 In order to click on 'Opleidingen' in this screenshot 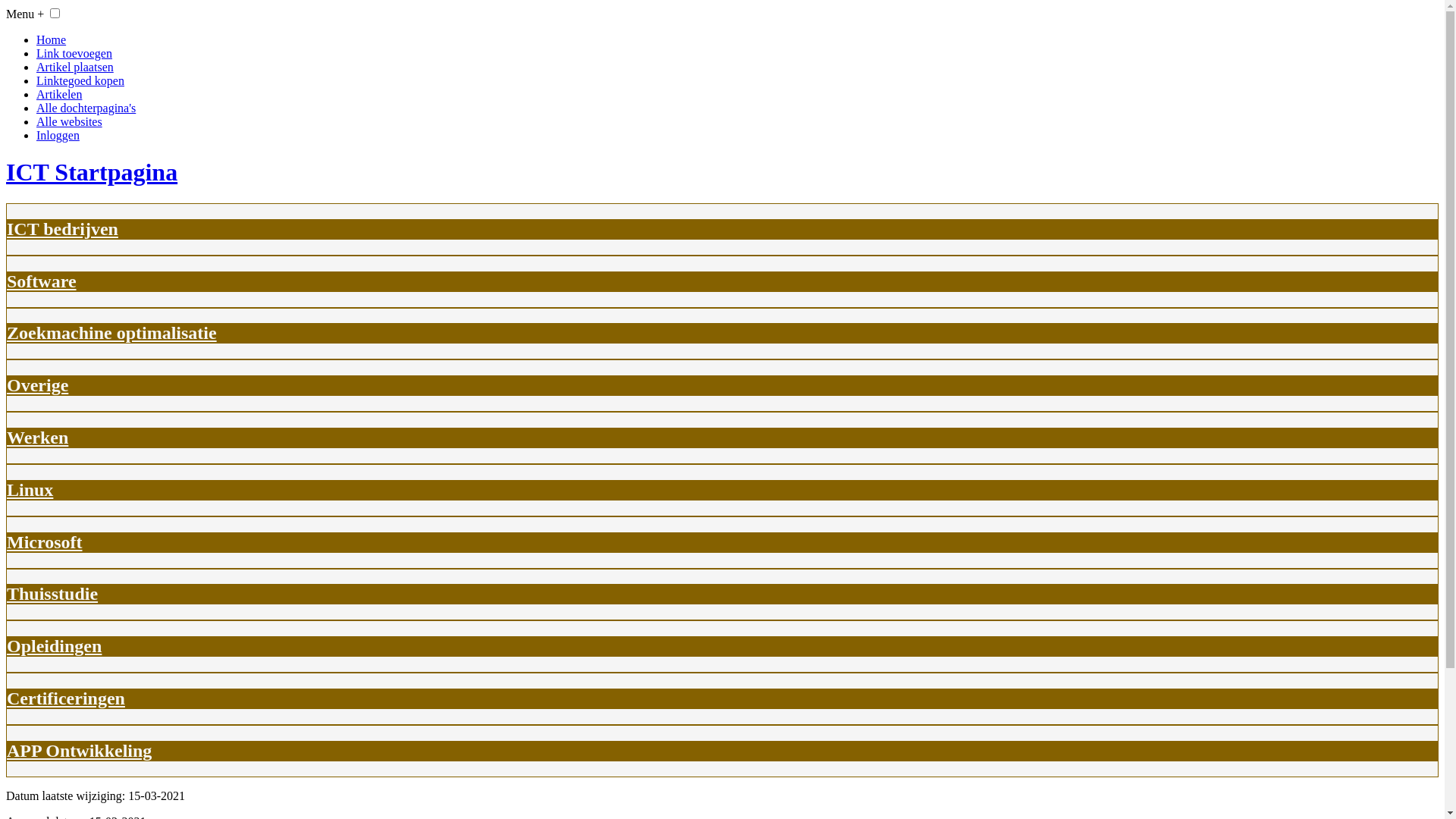, I will do `click(54, 646)`.